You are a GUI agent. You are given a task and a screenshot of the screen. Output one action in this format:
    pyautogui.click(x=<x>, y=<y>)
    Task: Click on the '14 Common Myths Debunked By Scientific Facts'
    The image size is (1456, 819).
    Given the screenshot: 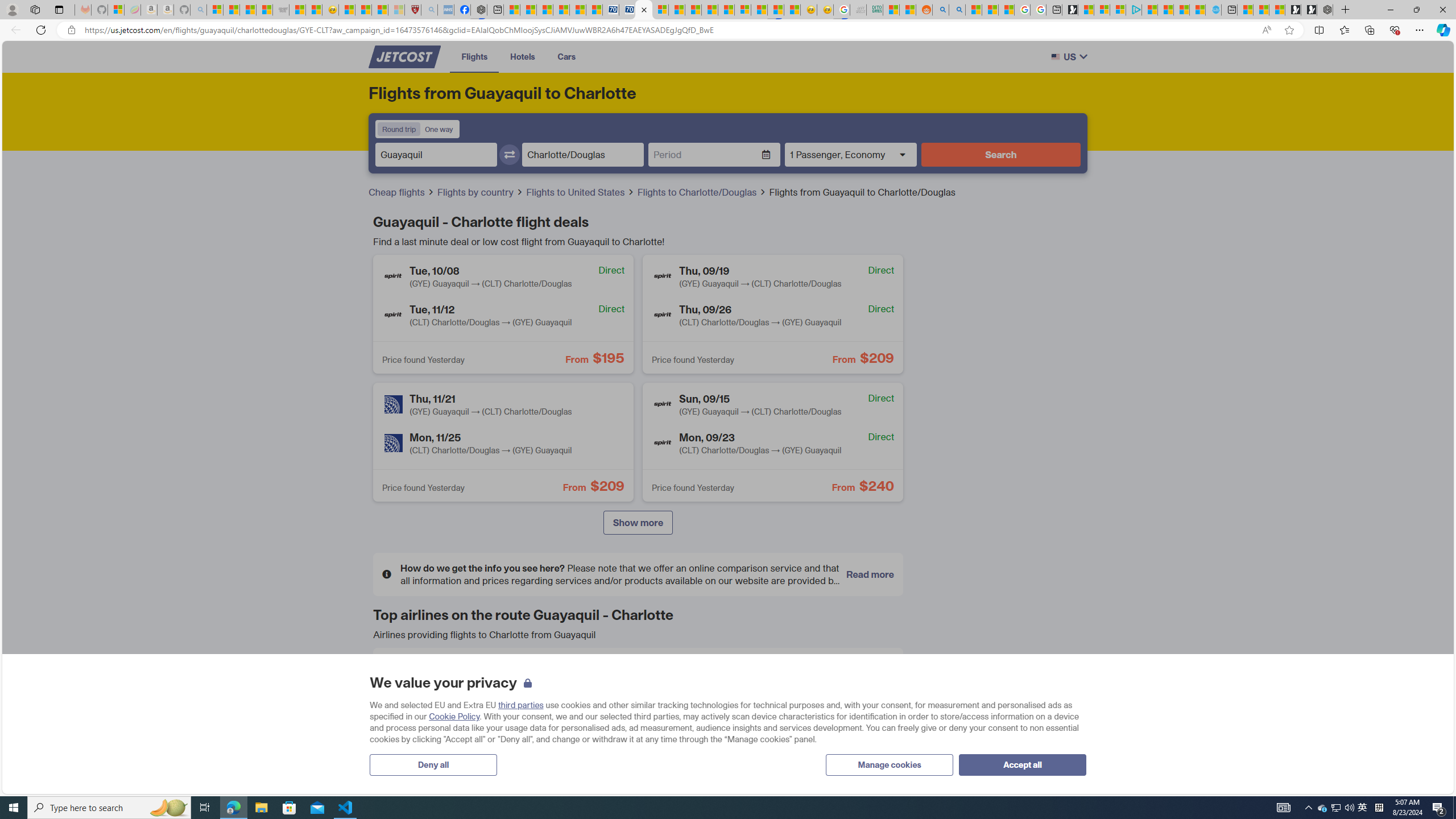 What is the action you would take?
    pyautogui.click(x=709, y=9)
    